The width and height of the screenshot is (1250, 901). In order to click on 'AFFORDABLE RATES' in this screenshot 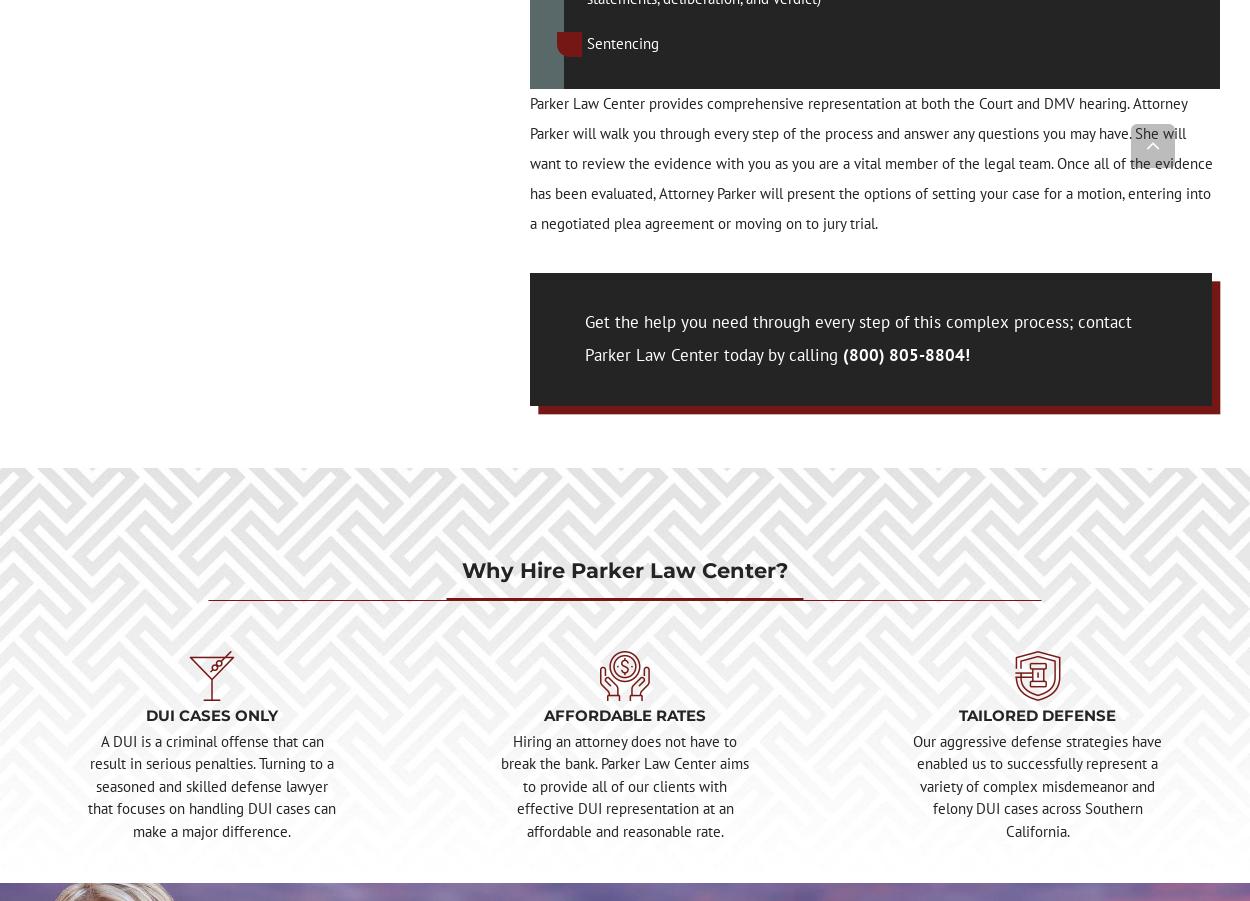, I will do `click(625, 714)`.